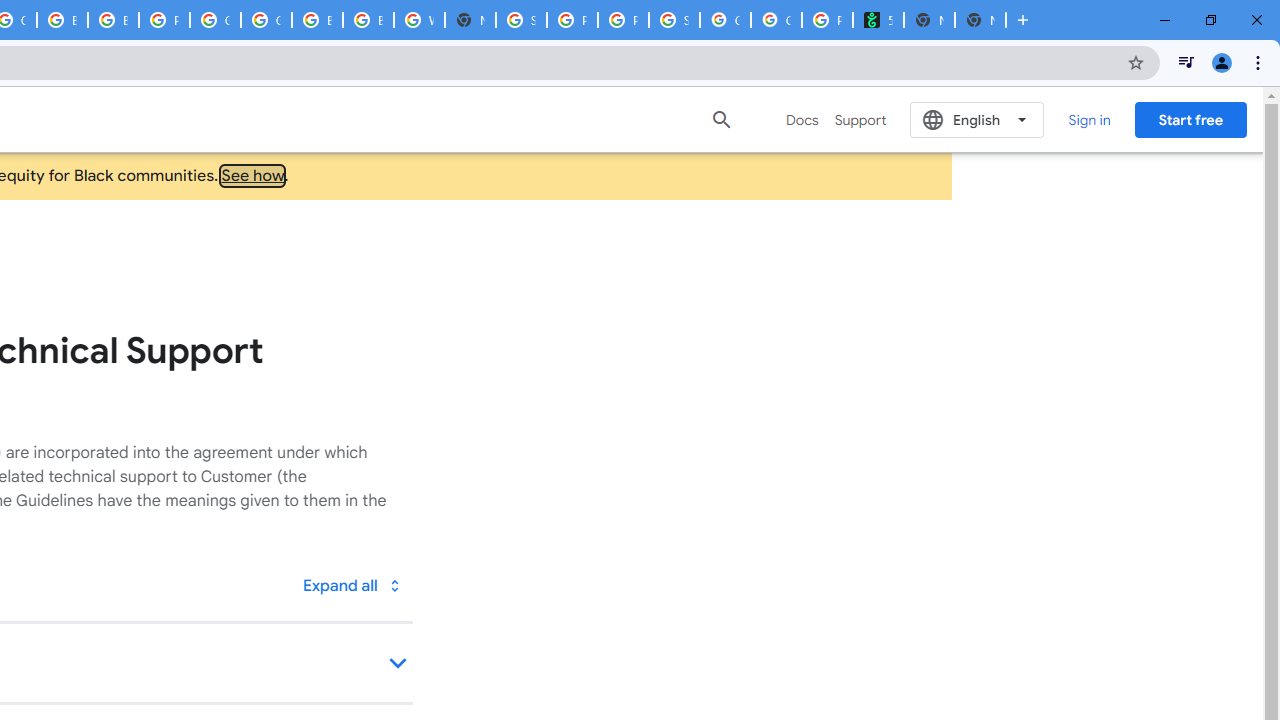 The image size is (1280, 720). Describe the element at coordinates (368, 20) in the screenshot. I see `'Browse Chrome as a guest - Computer - Google Chrome Help'` at that location.